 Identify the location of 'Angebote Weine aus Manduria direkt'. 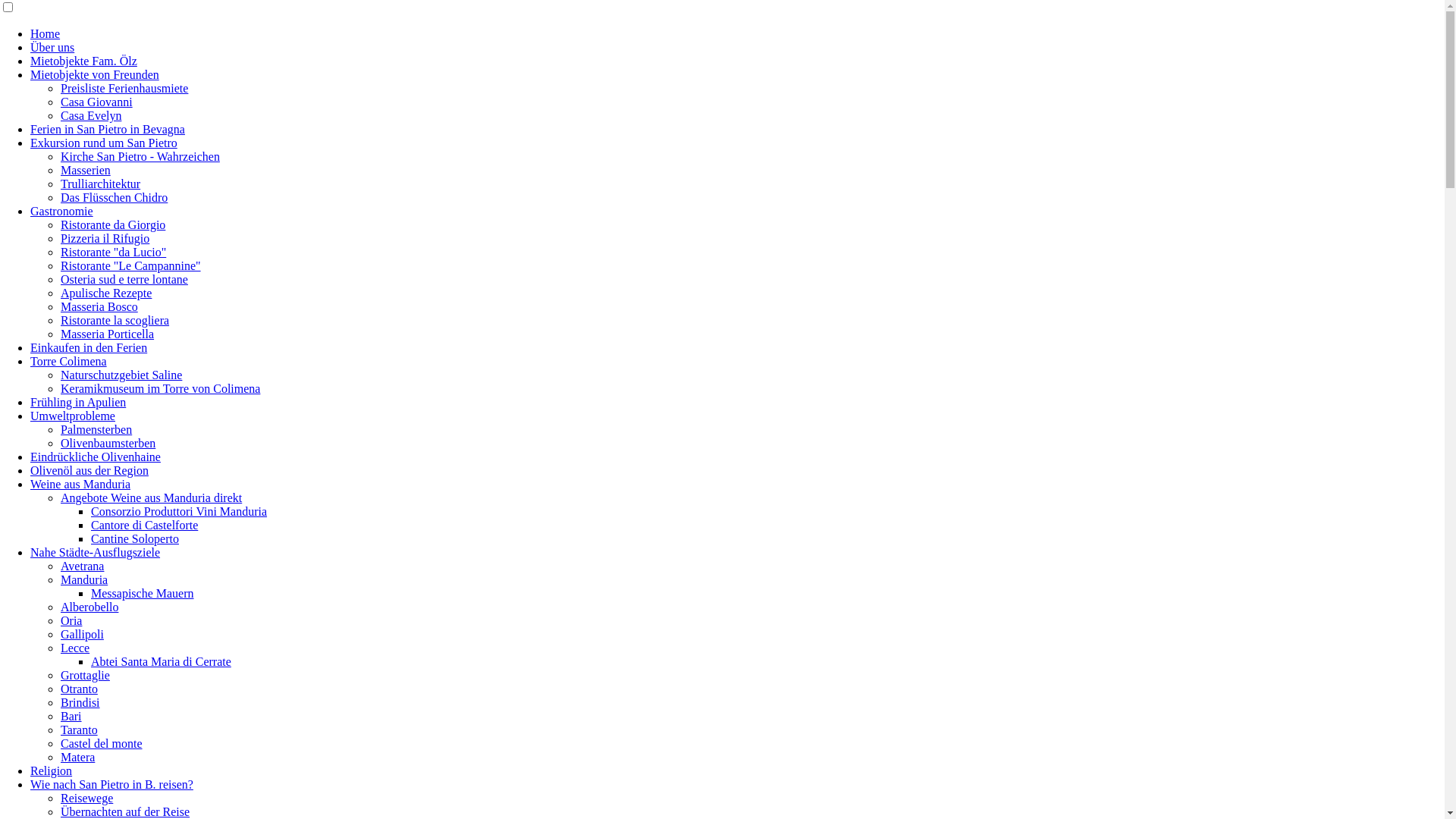
(151, 497).